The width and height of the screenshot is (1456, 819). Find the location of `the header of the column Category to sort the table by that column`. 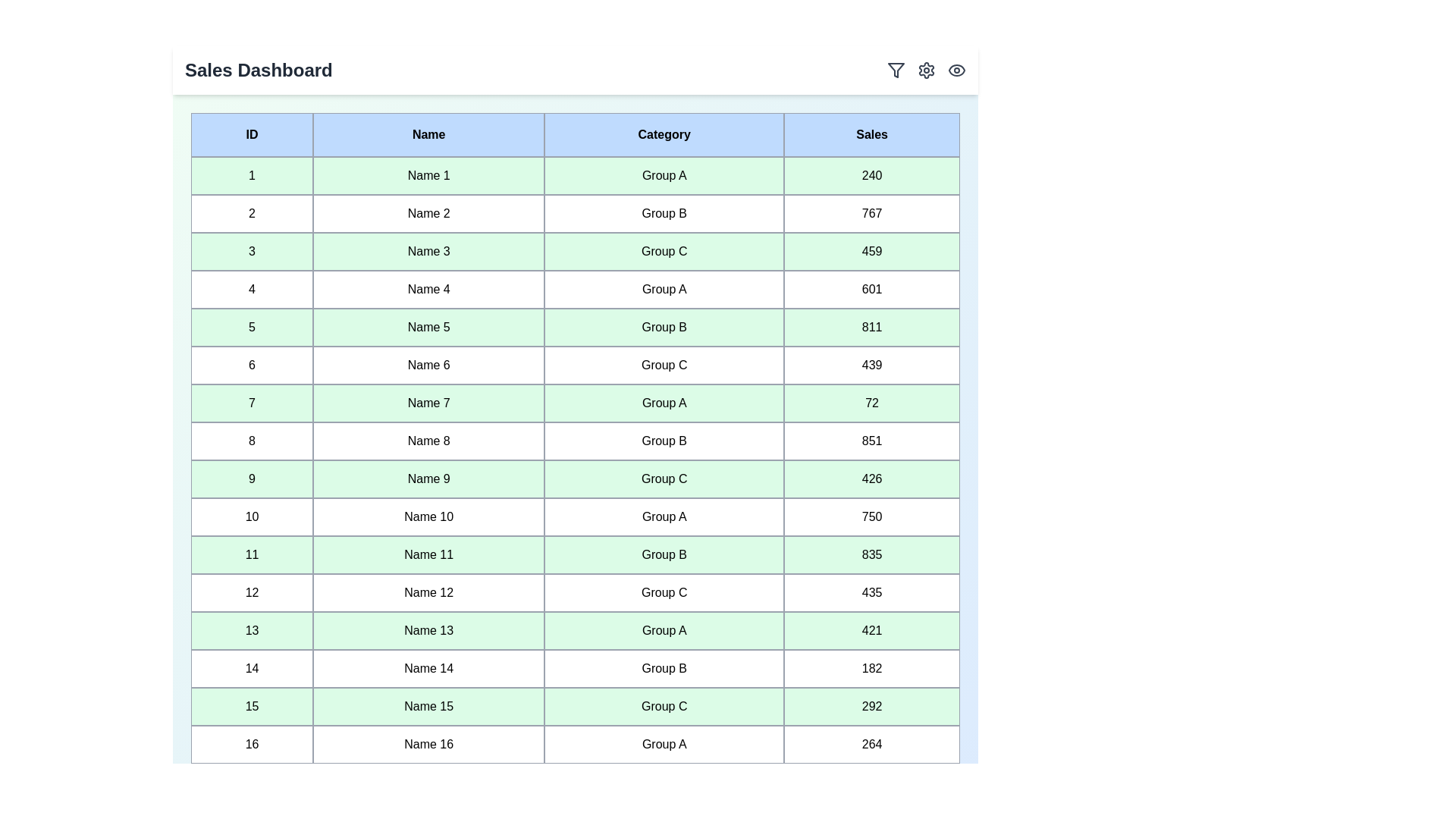

the header of the column Category to sort the table by that column is located at coordinates (664, 133).